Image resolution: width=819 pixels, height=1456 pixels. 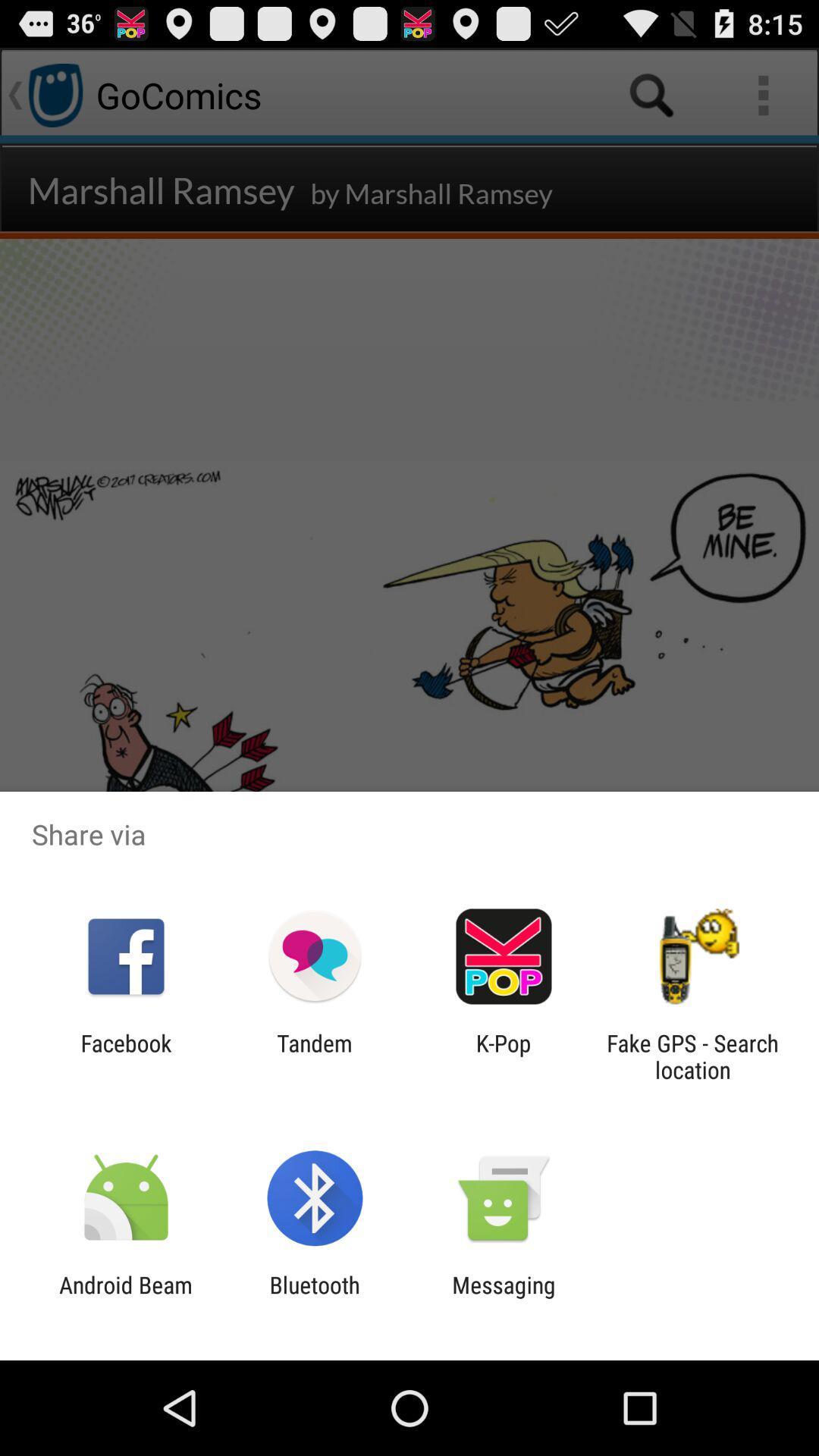 I want to click on the item to the right of bluetooth, so click(x=504, y=1298).